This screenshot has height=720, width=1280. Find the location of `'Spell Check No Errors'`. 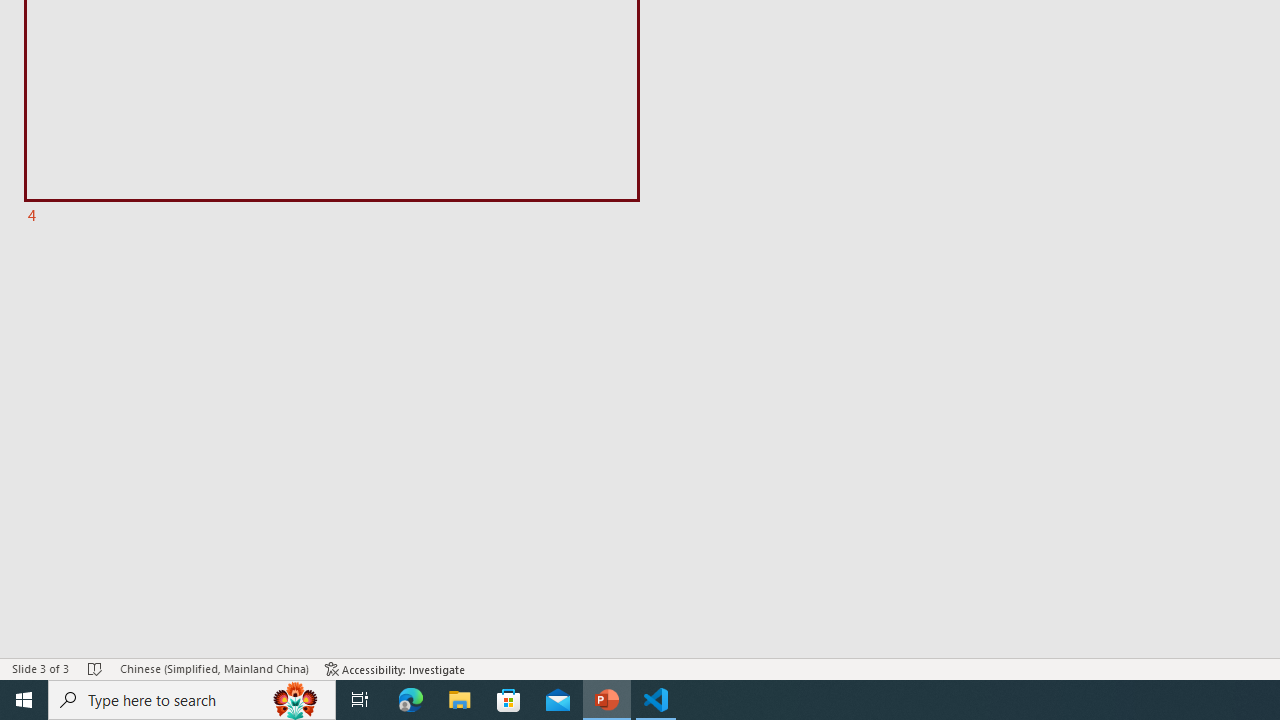

'Spell Check No Errors' is located at coordinates (95, 669).